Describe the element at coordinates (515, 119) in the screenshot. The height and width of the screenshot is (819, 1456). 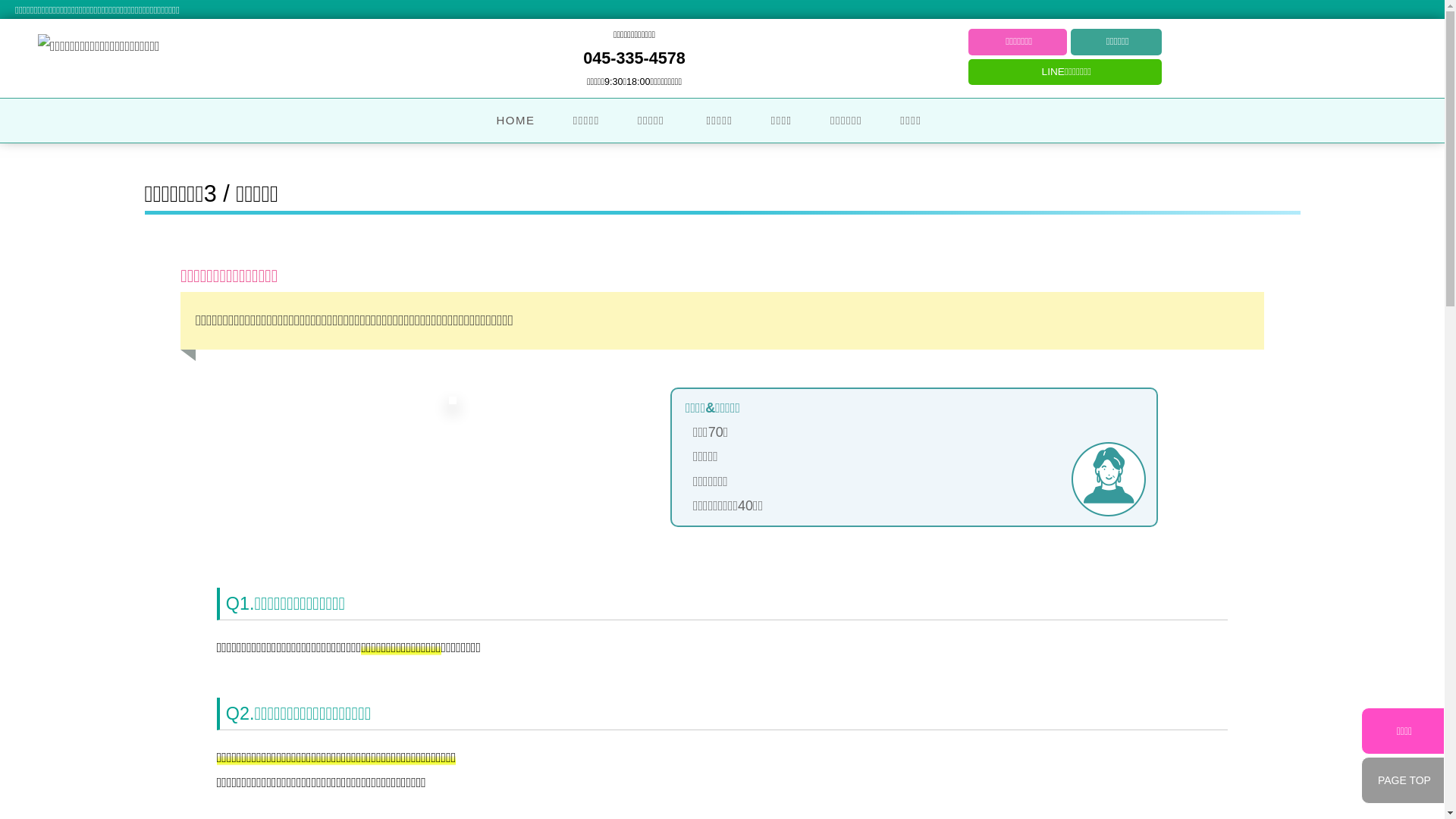
I see `'HOME'` at that location.